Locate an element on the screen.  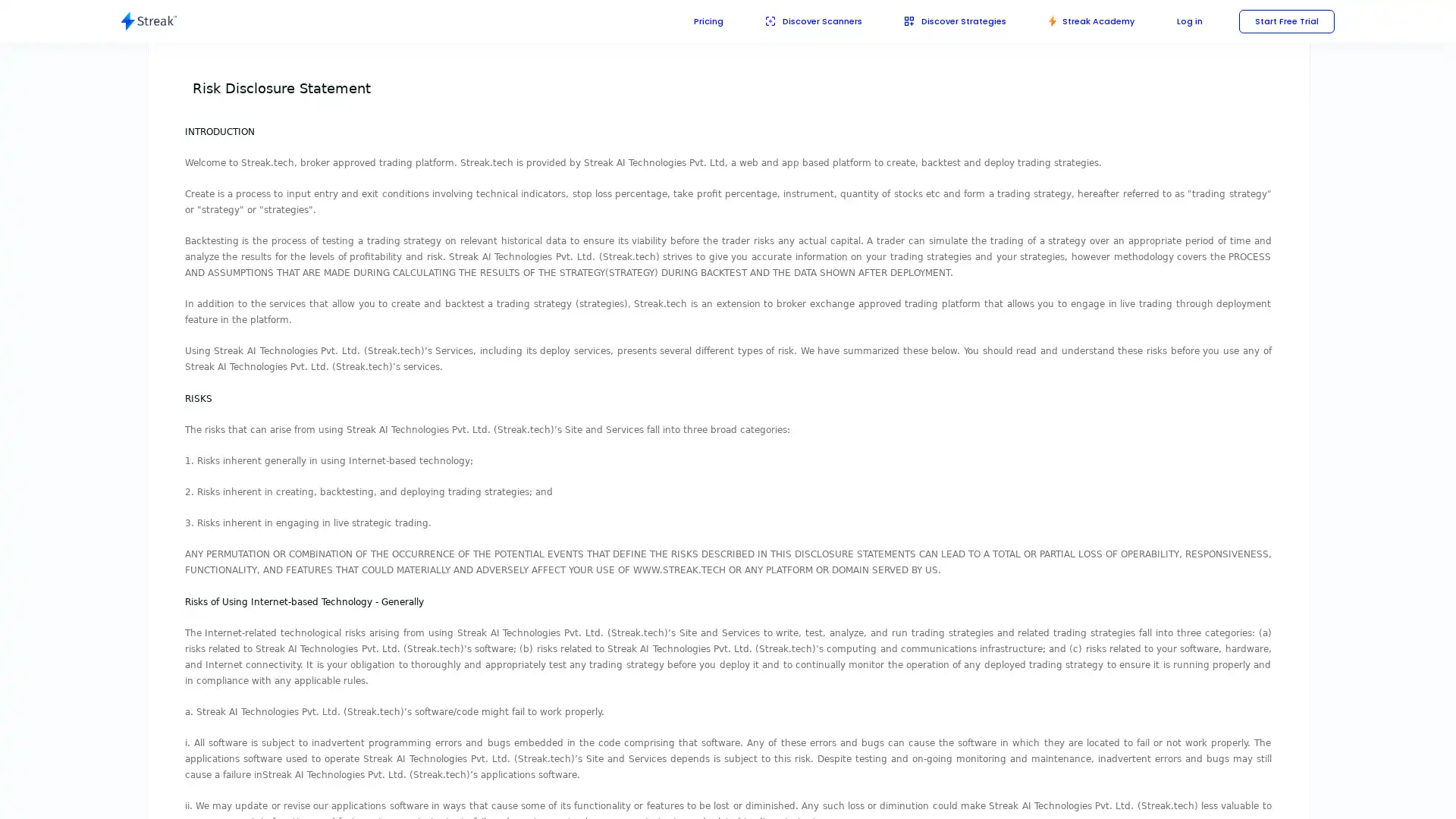
Discover Strategies is located at coordinates (942, 20).